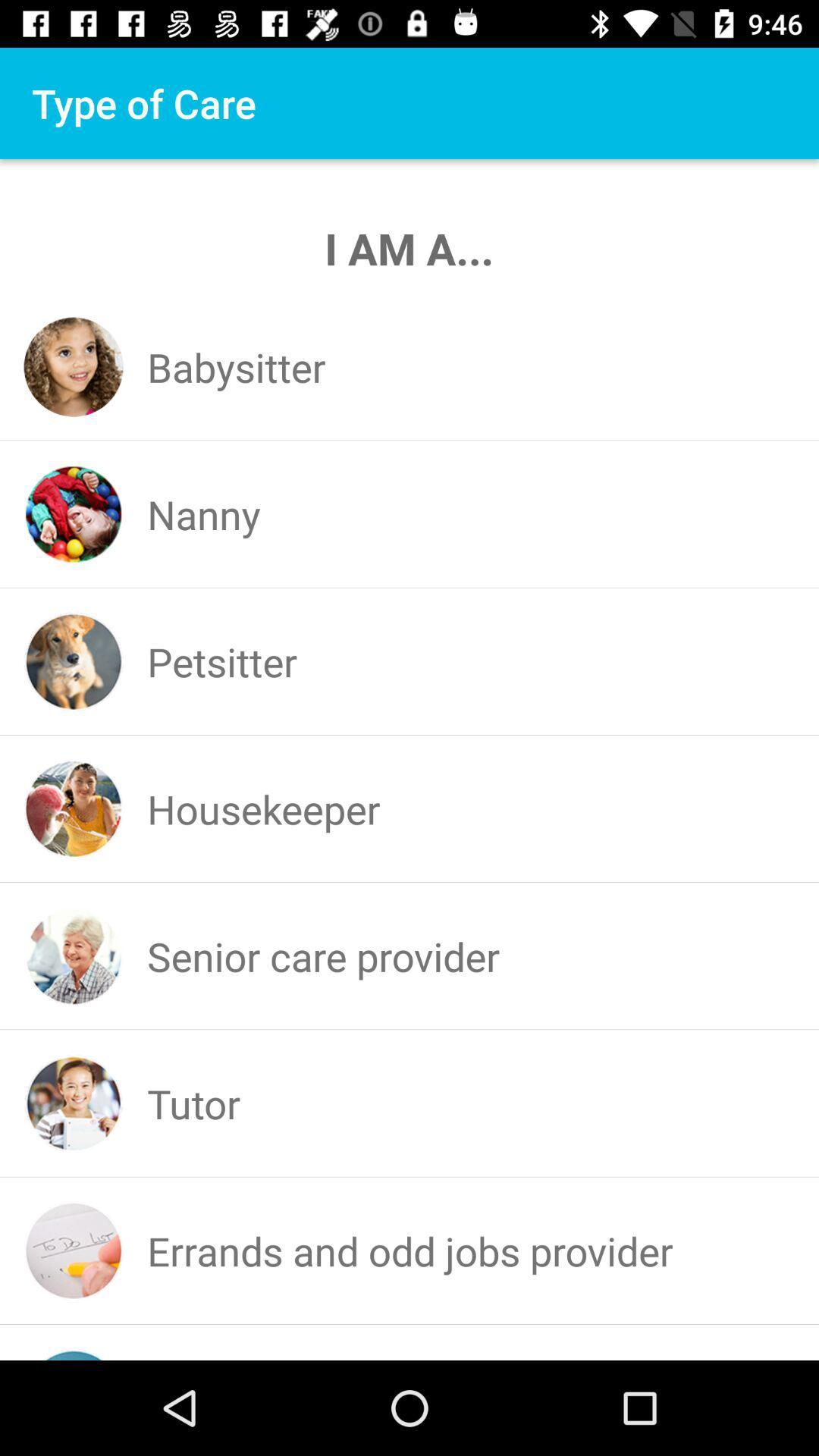 The width and height of the screenshot is (819, 1456). Describe the element at coordinates (74, 661) in the screenshot. I see `the icon which is before the petsitter` at that location.